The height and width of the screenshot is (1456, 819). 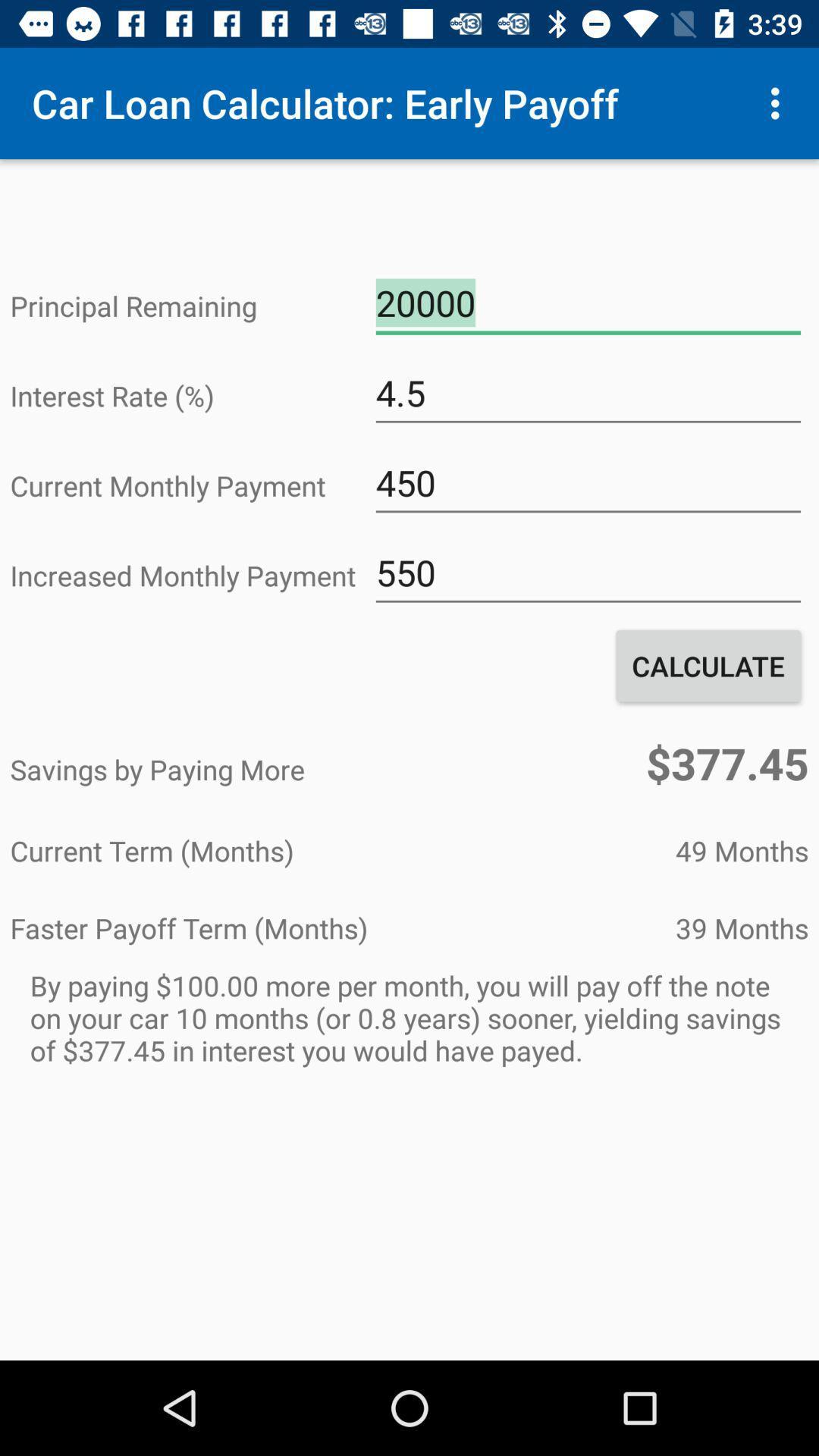 I want to click on item below the 4.5, so click(x=587, y=482).